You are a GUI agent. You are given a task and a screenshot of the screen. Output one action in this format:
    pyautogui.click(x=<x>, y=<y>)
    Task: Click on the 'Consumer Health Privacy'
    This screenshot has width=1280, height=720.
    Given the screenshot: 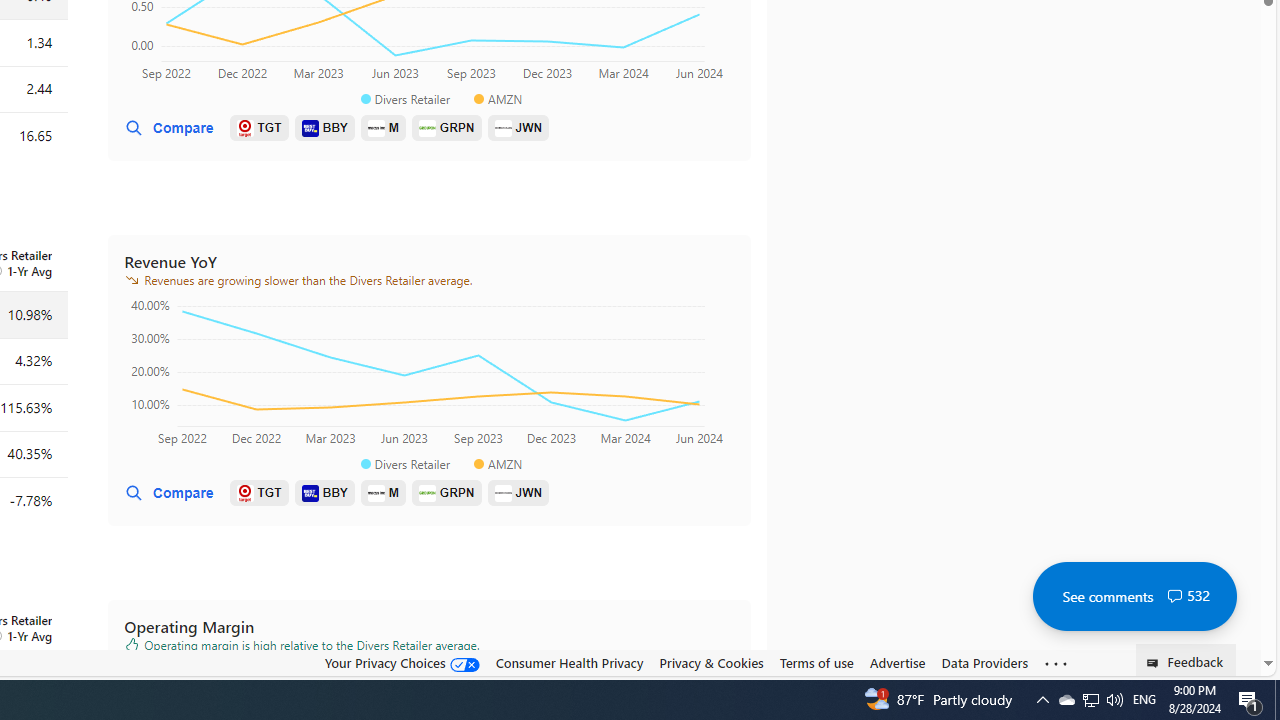 What is the action you would take?
    pyautogui.click(x=568, y=663)
    